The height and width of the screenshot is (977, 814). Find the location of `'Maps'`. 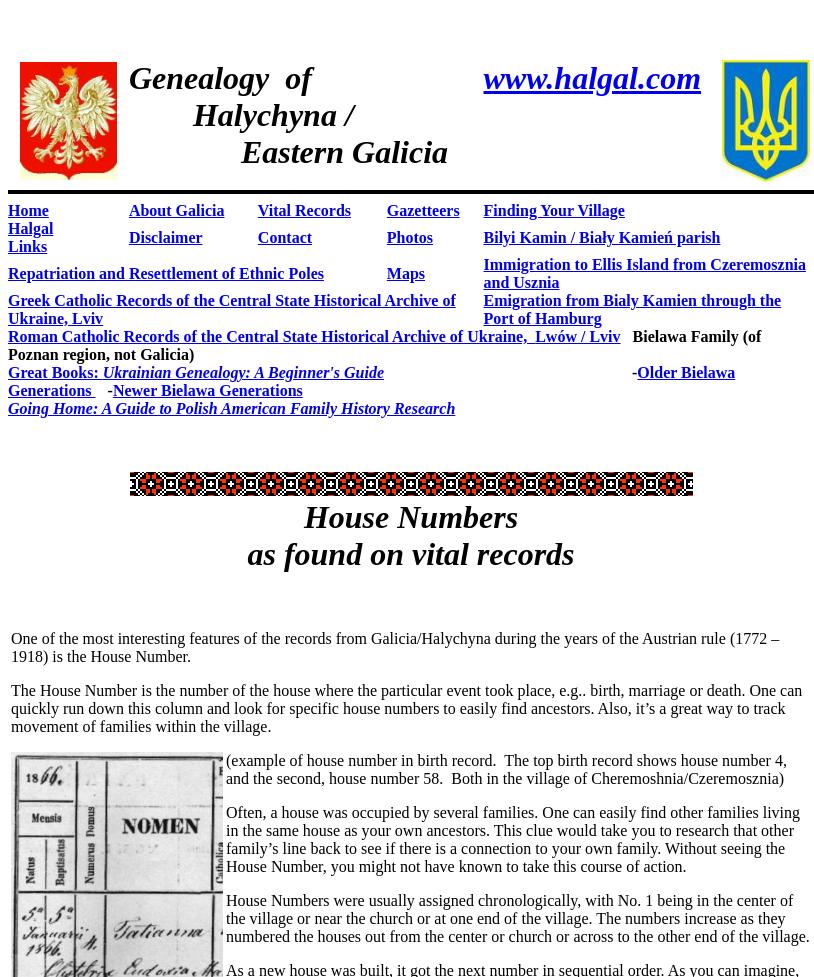

'Maps' is located at coordinates (405, 272).